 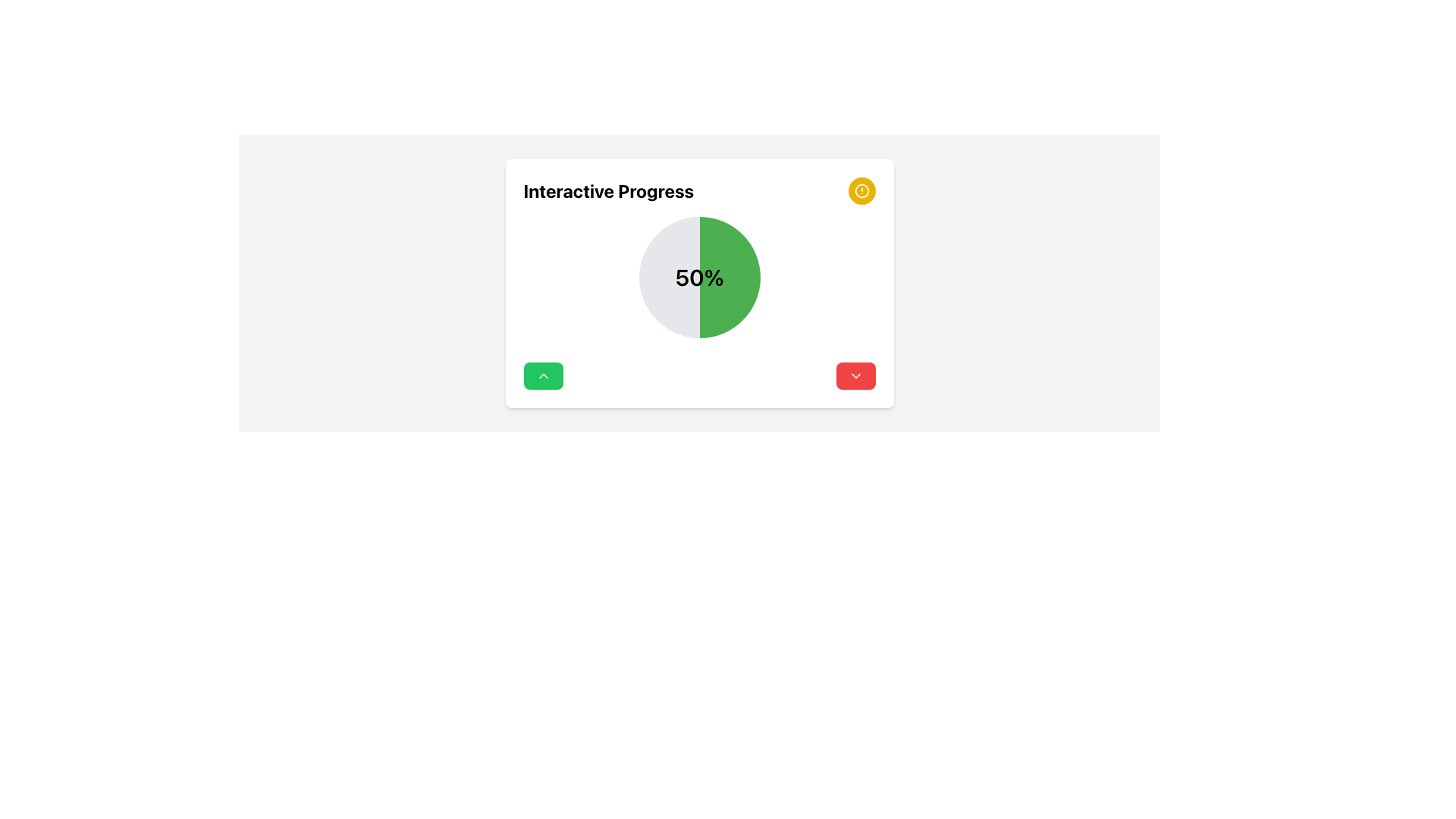 I want to click on chevron-shaped icon located within the red rectangular button on the bottom-right corner of the 'Interactive Progress' card, so click(x=855, y=375).